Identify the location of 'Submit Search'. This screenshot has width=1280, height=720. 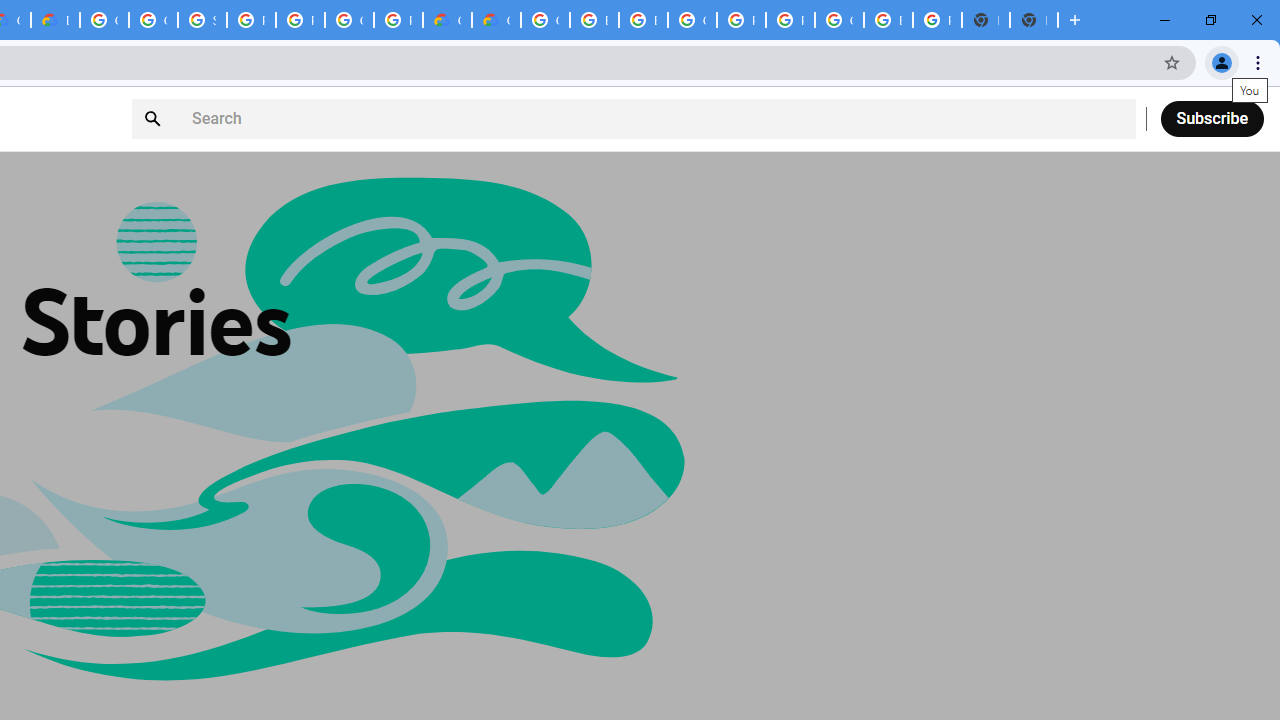
(154, 119).